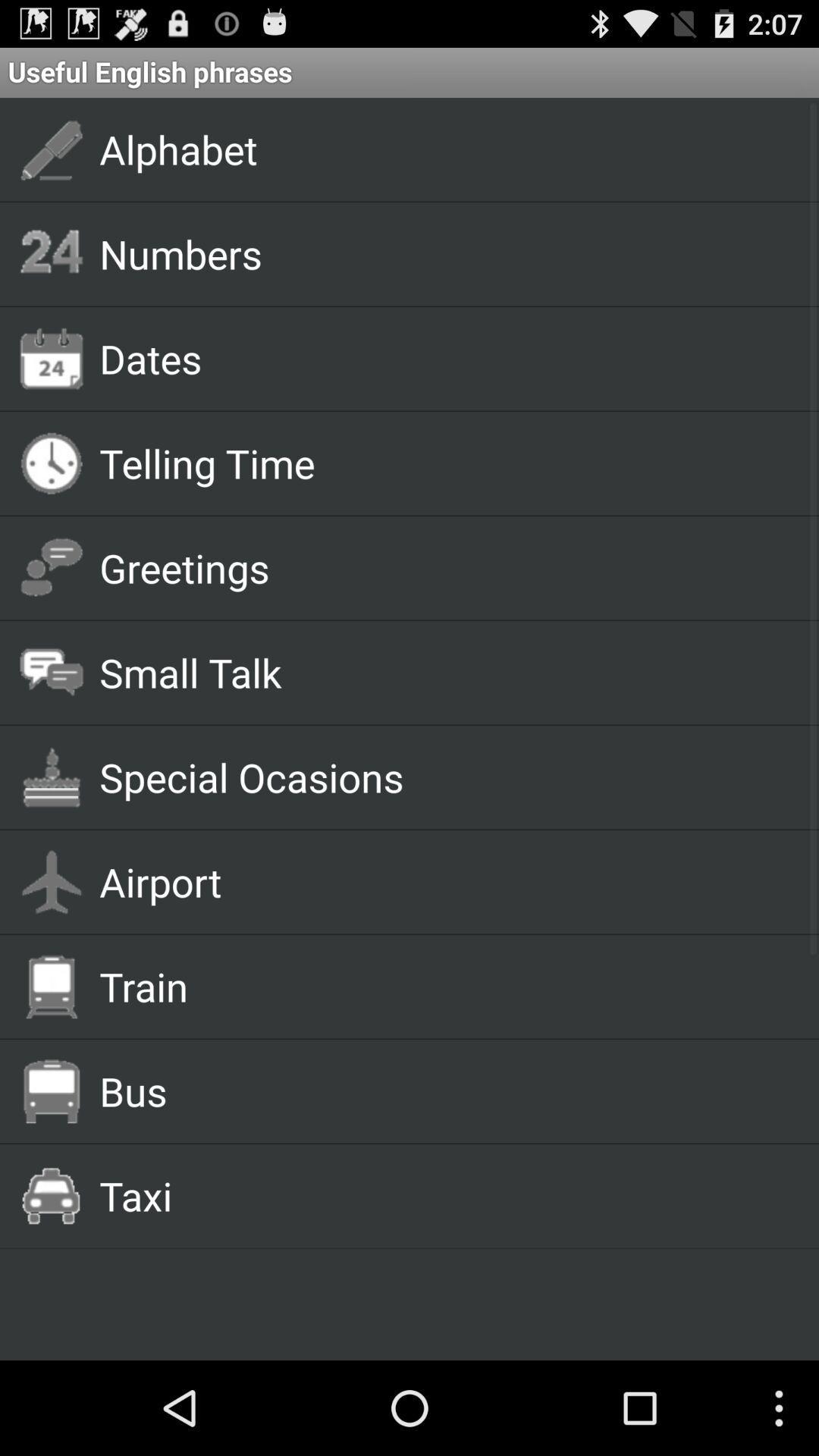  Describe the element at coordinates (441, 357) in the screenshot. I see `the dates` at that location.